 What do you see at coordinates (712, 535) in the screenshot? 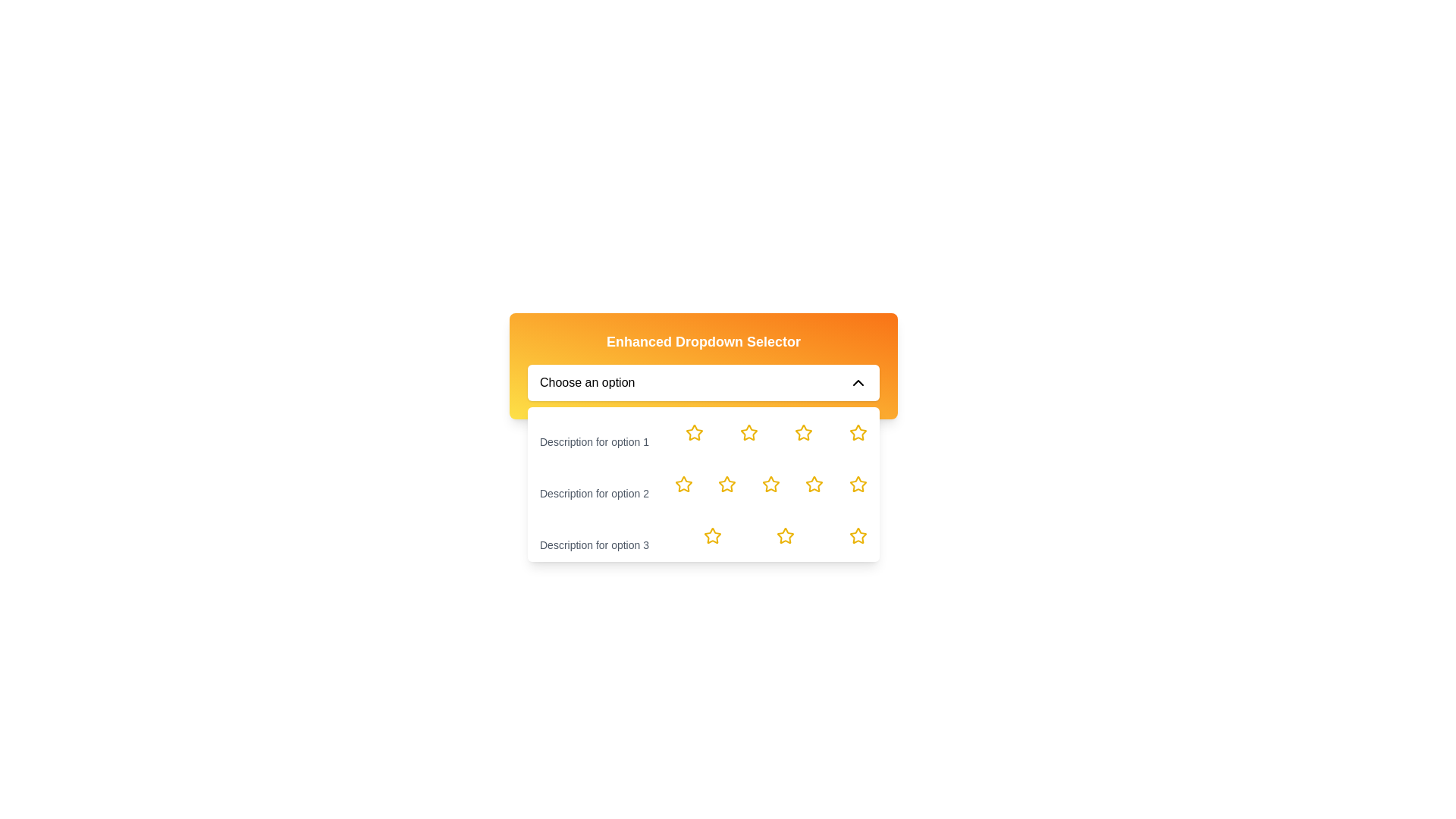
I see `the yellow outlined star icon, which is the third star in the third row of the grid layout, to rate it` at bounding box center [712, 535].